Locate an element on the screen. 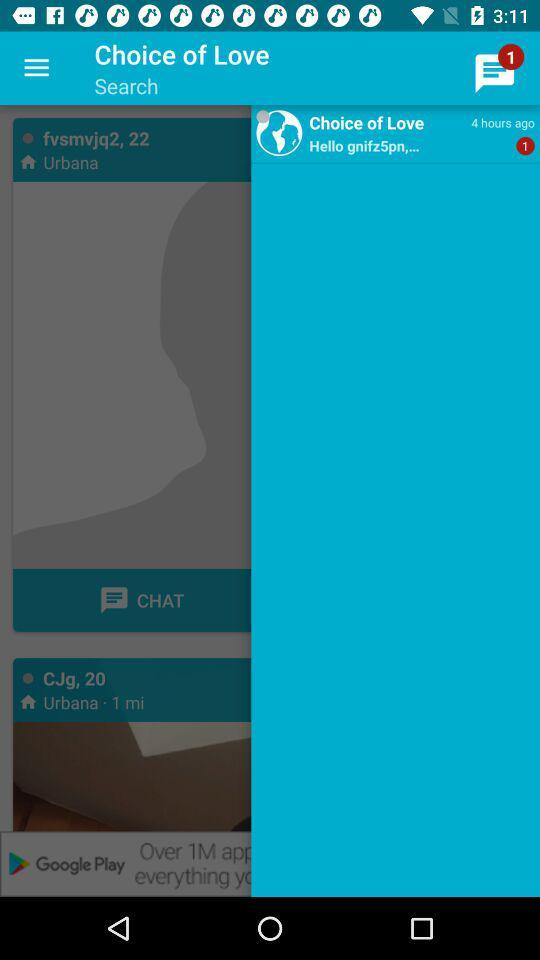  a chat button on a page is located at coordinates (140, 600).